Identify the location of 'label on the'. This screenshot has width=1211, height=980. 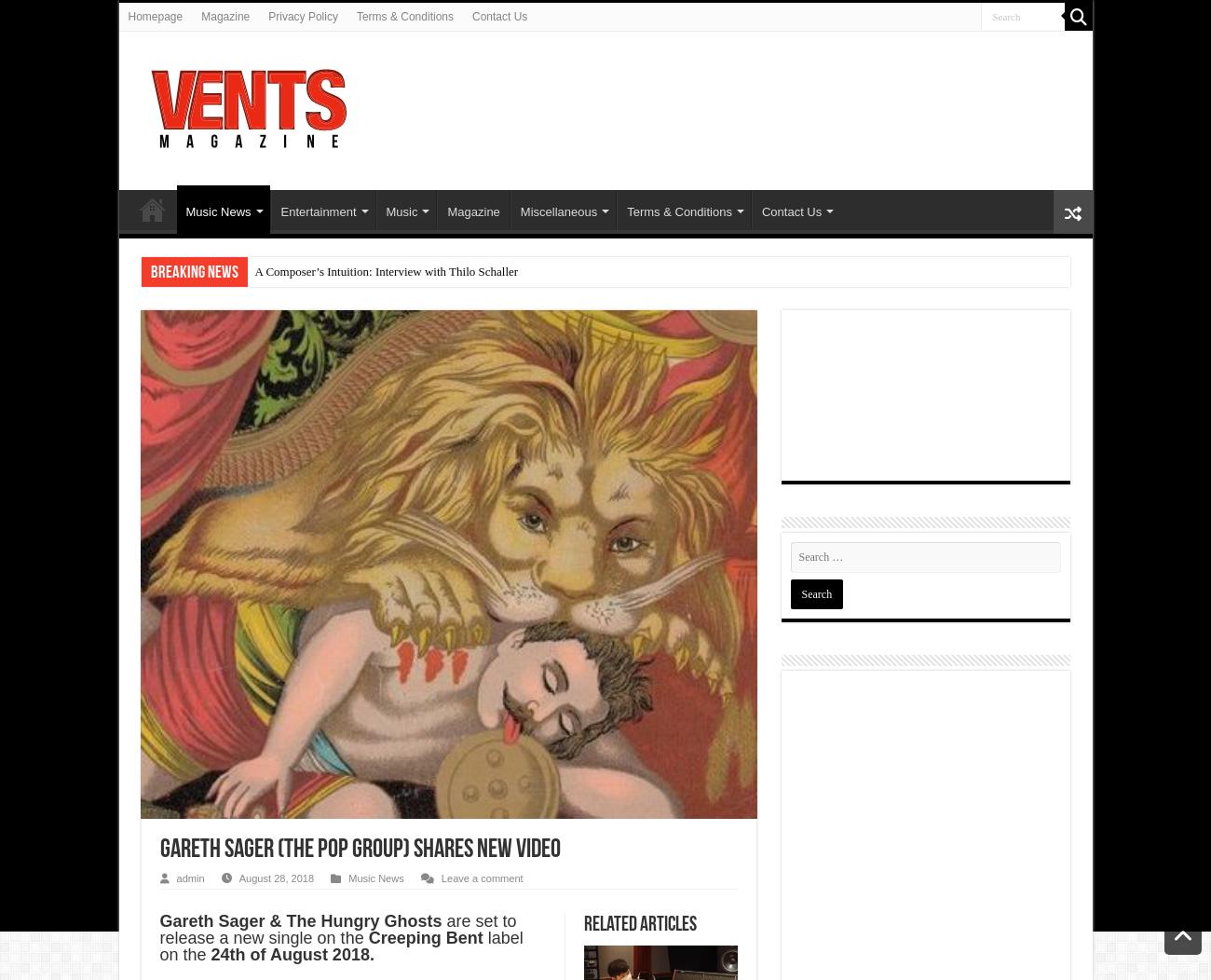
(339, 946).